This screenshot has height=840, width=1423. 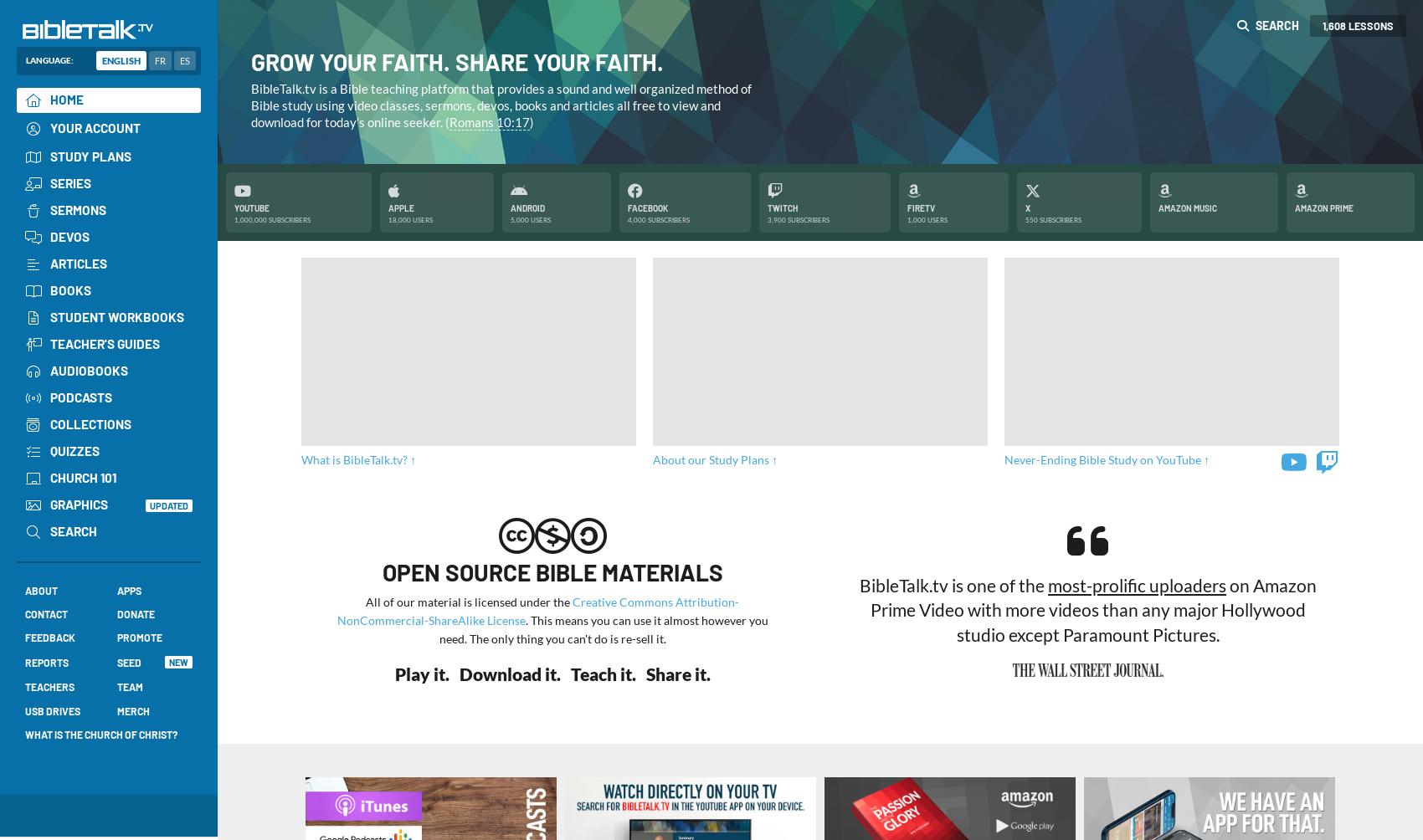 I want to click on 'Team', so click(x=129, y=686).